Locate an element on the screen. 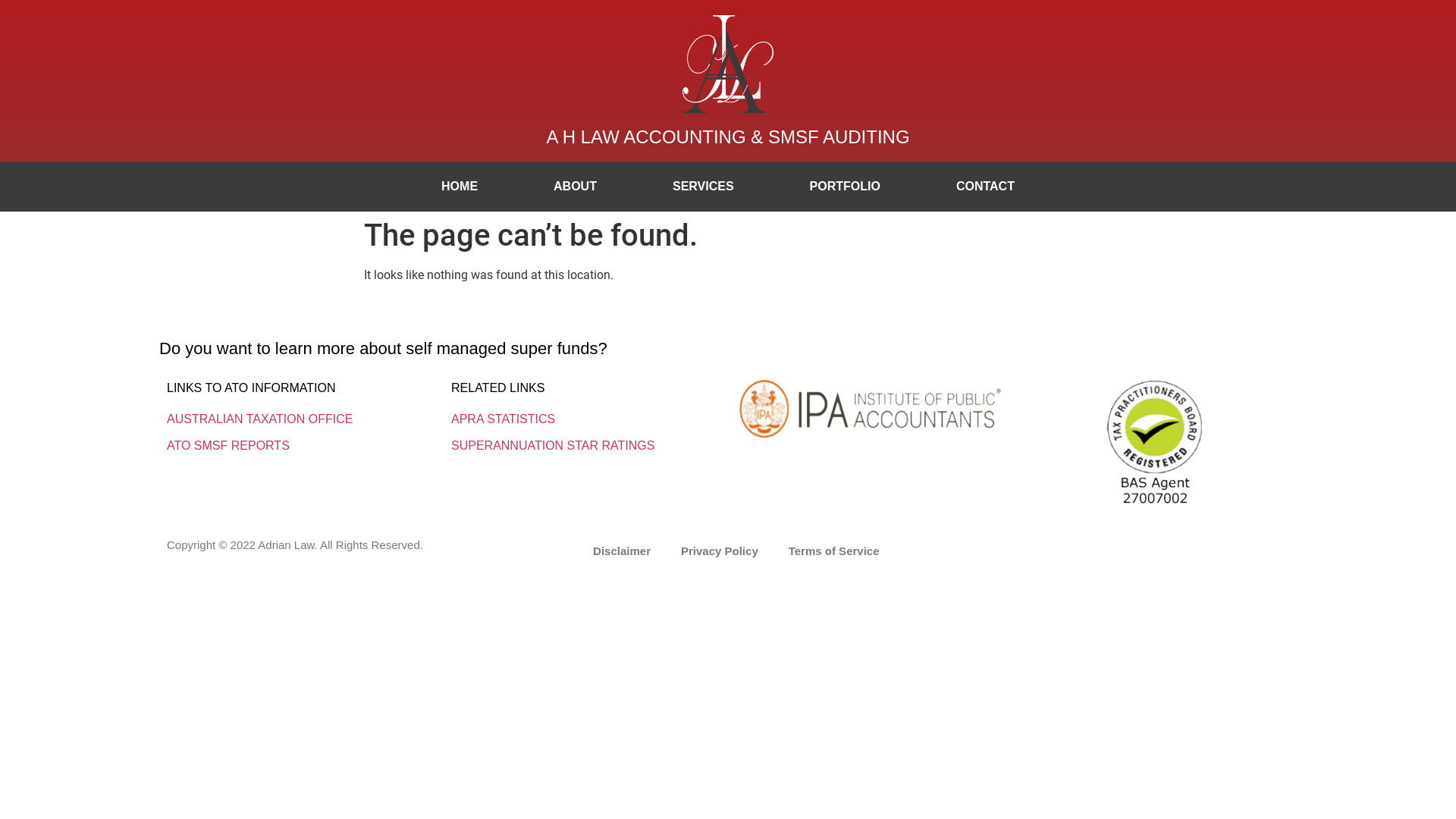  'APRA STATISTICS' is located at coordinates (503, 419).